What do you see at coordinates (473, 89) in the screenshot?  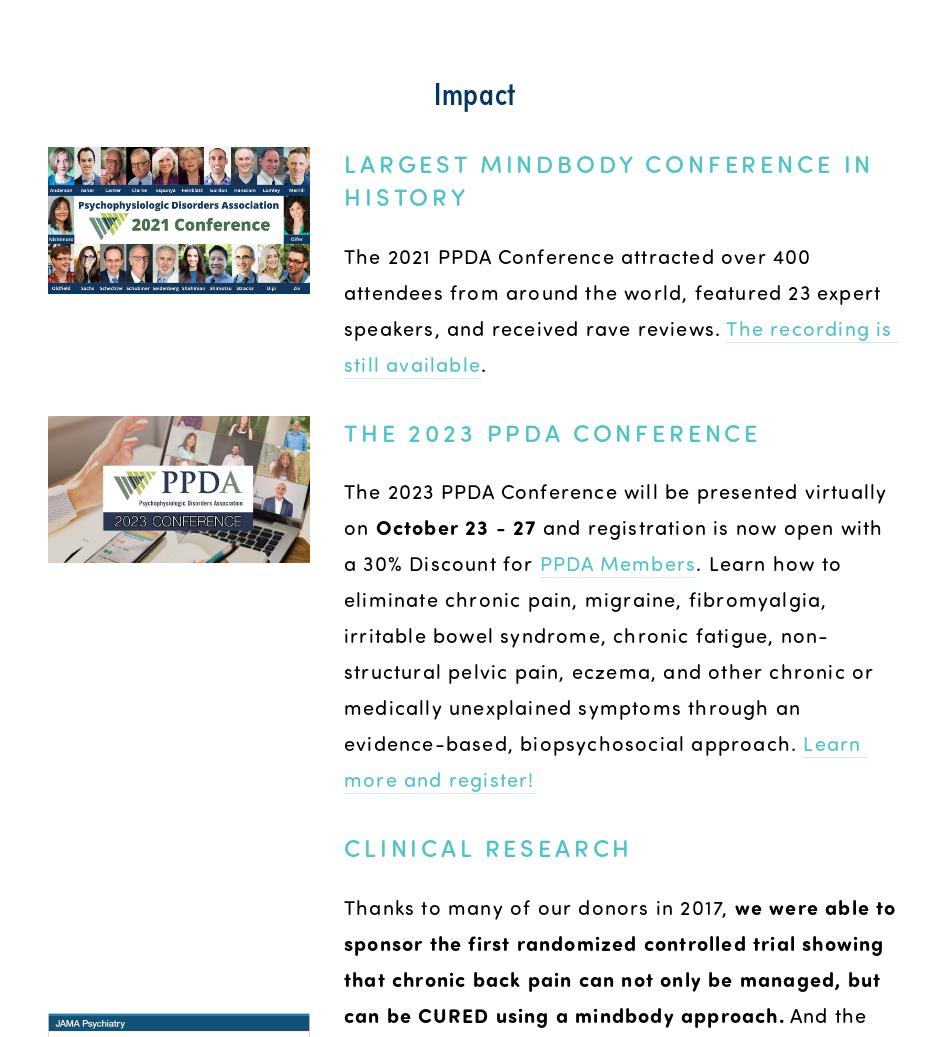 I see `'Impact'` at bounding box center [473, 89].